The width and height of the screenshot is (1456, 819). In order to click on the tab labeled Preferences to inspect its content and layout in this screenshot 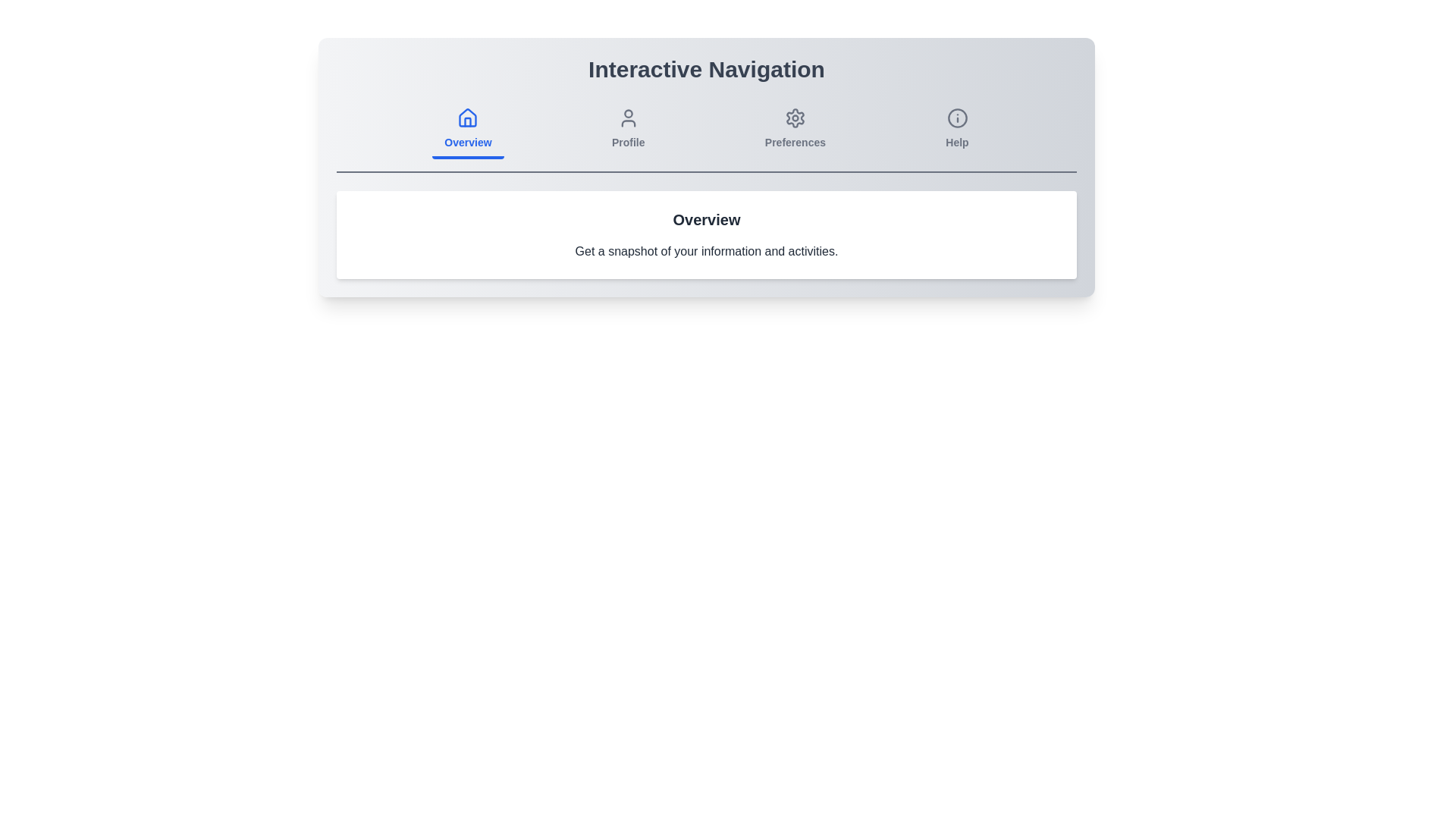, I will do `click(794, 130)`.